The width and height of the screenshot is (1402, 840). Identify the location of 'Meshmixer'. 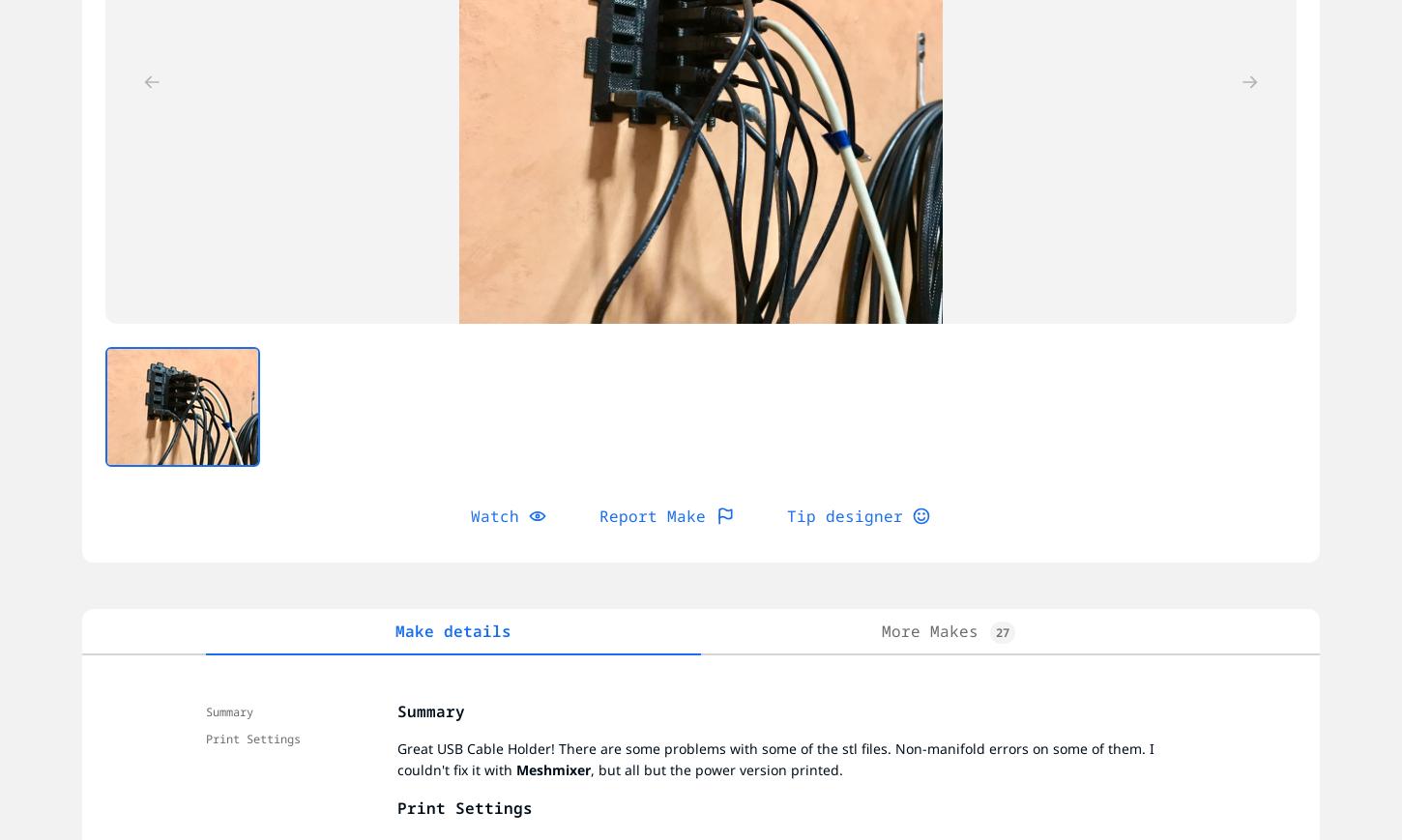
(553, 769).